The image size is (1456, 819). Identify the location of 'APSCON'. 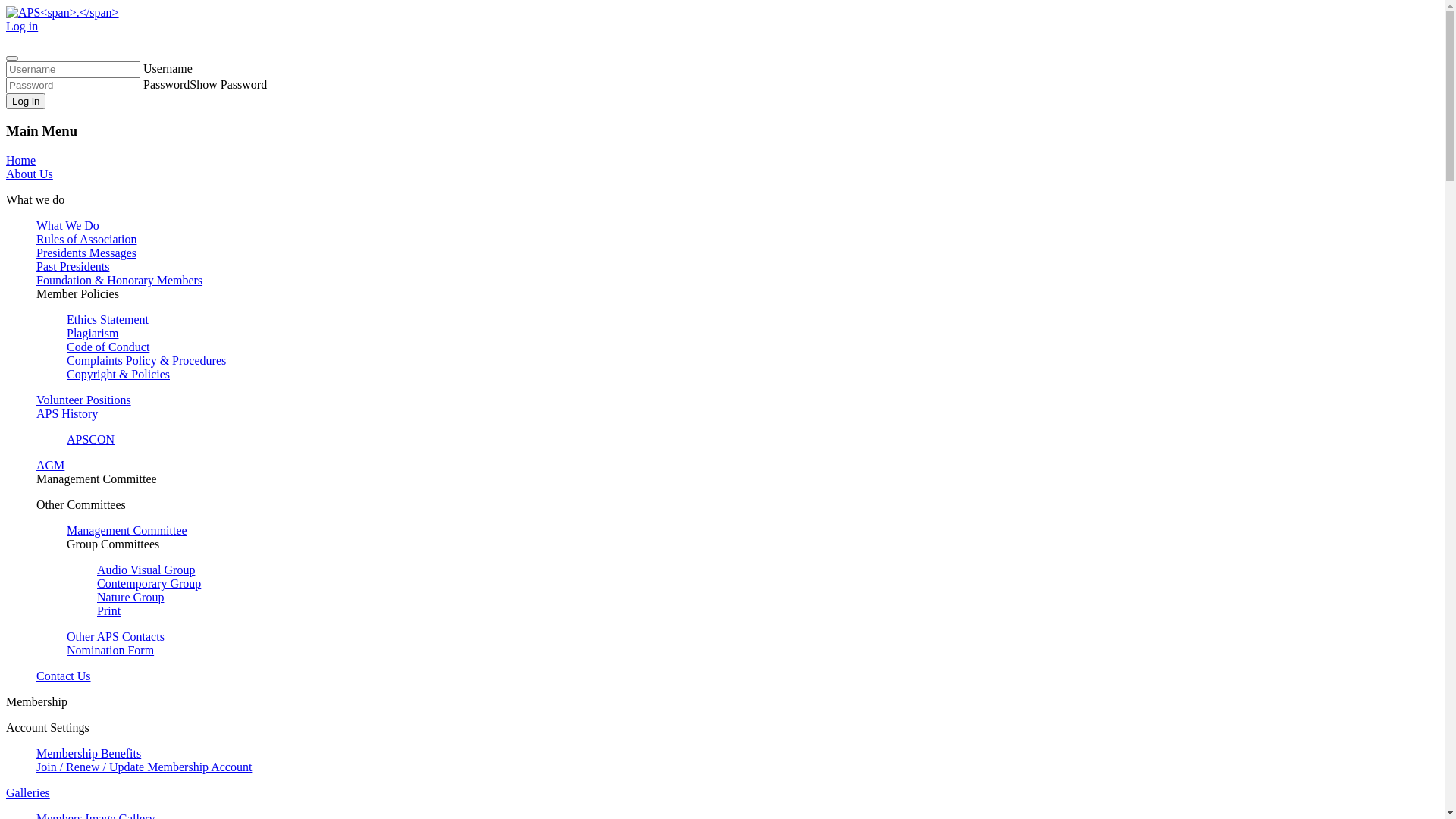
(89, 439).